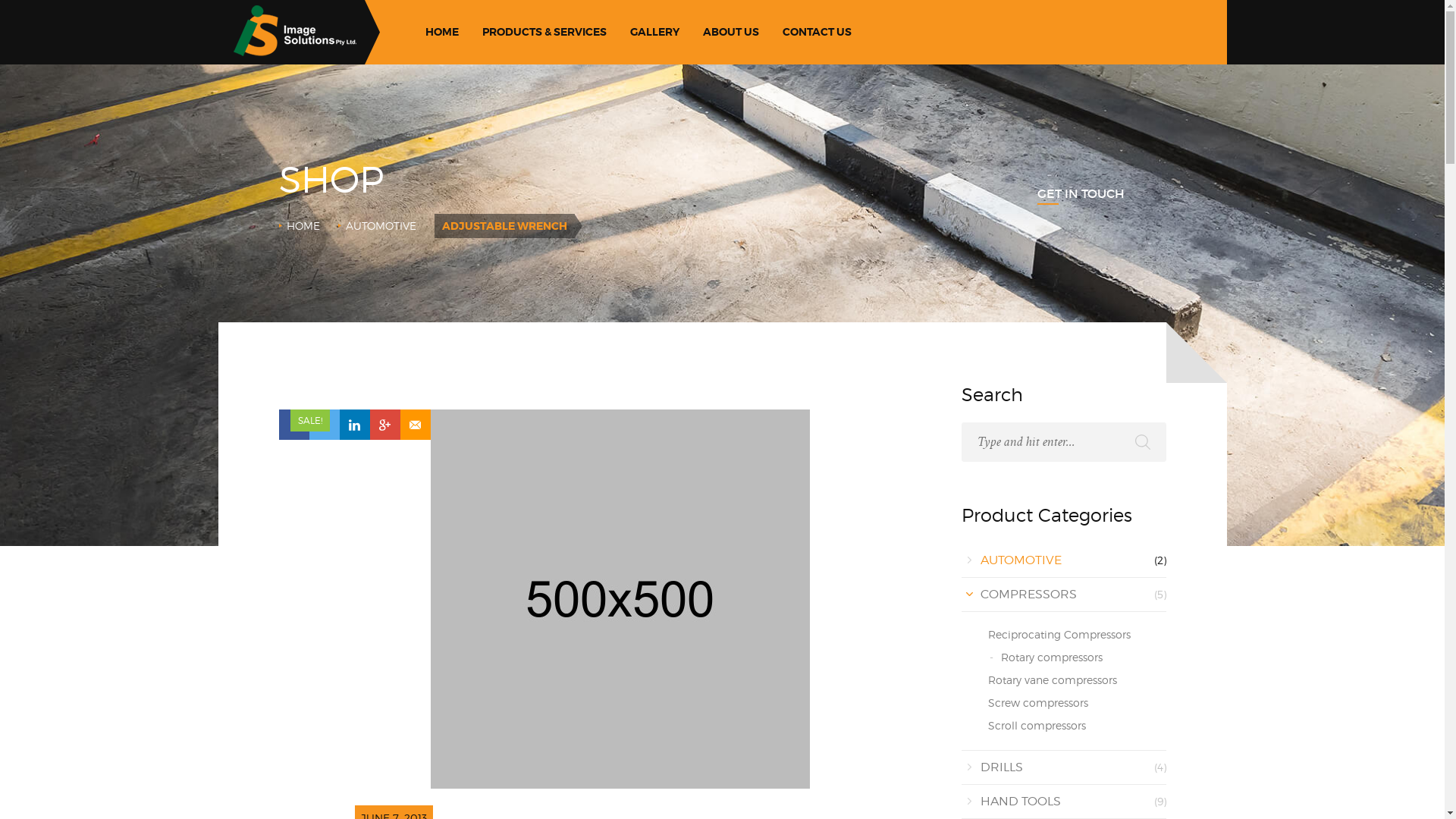  Describe the element at coordinates (1001, 767) in the screenshot. I see `'DRILLS'` at that location.